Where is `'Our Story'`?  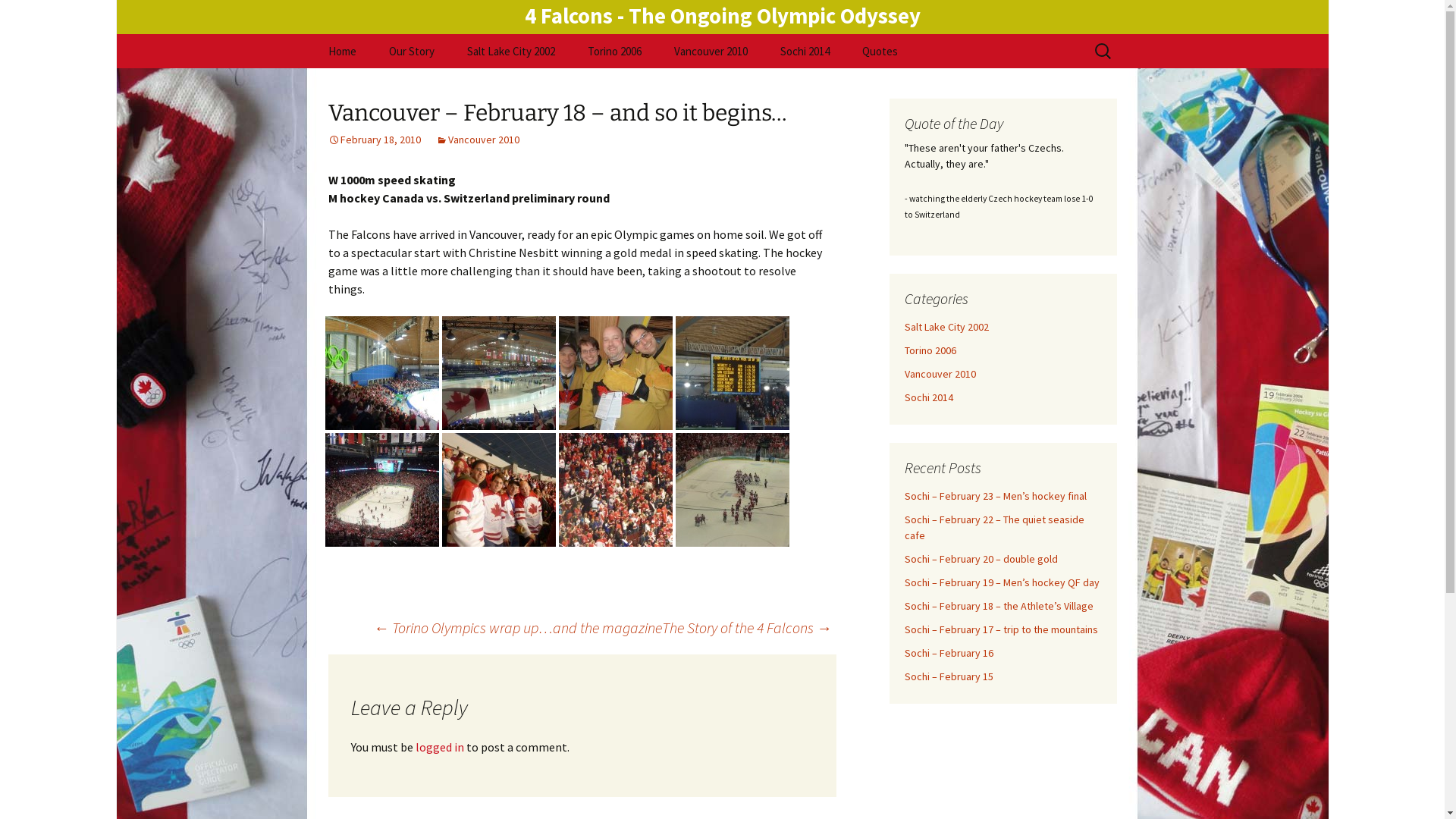
'Our Story' is located at coordinates (411, 50).